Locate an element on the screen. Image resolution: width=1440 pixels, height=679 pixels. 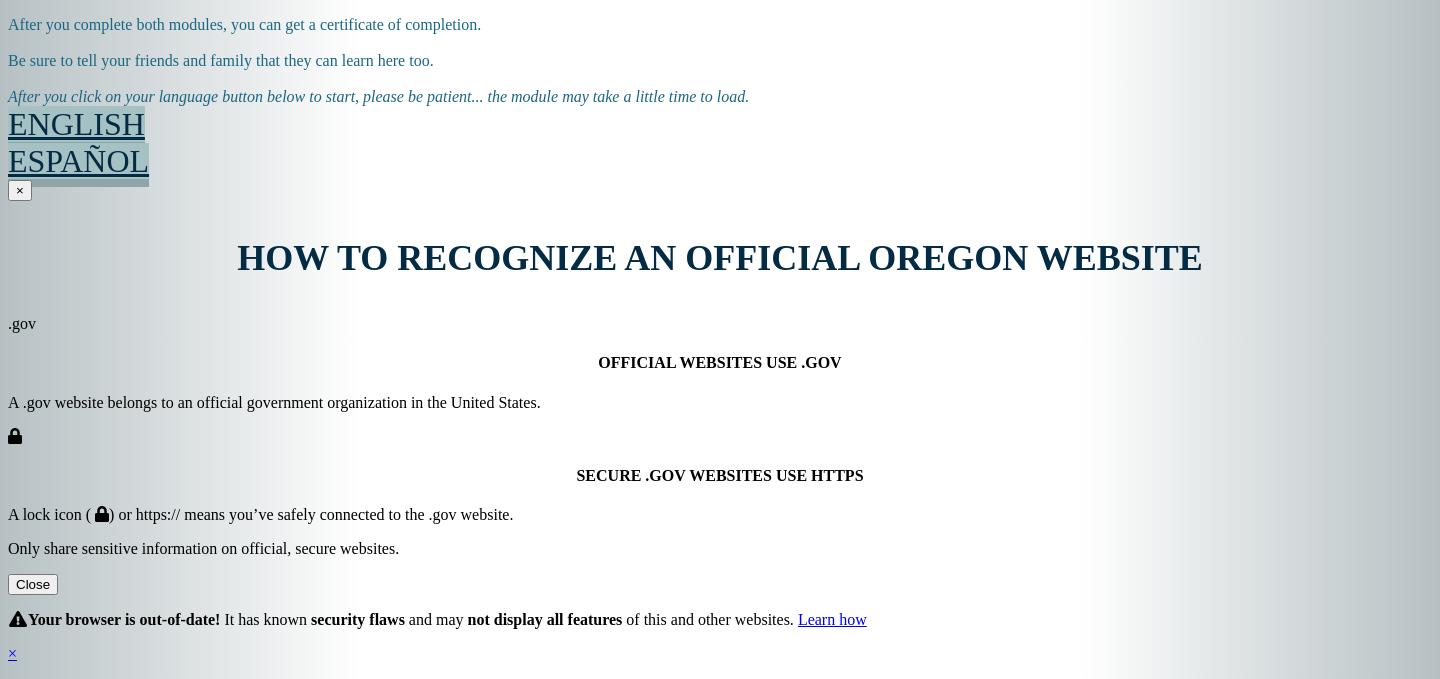
'security flaws' is located at coordinates (357, 618).